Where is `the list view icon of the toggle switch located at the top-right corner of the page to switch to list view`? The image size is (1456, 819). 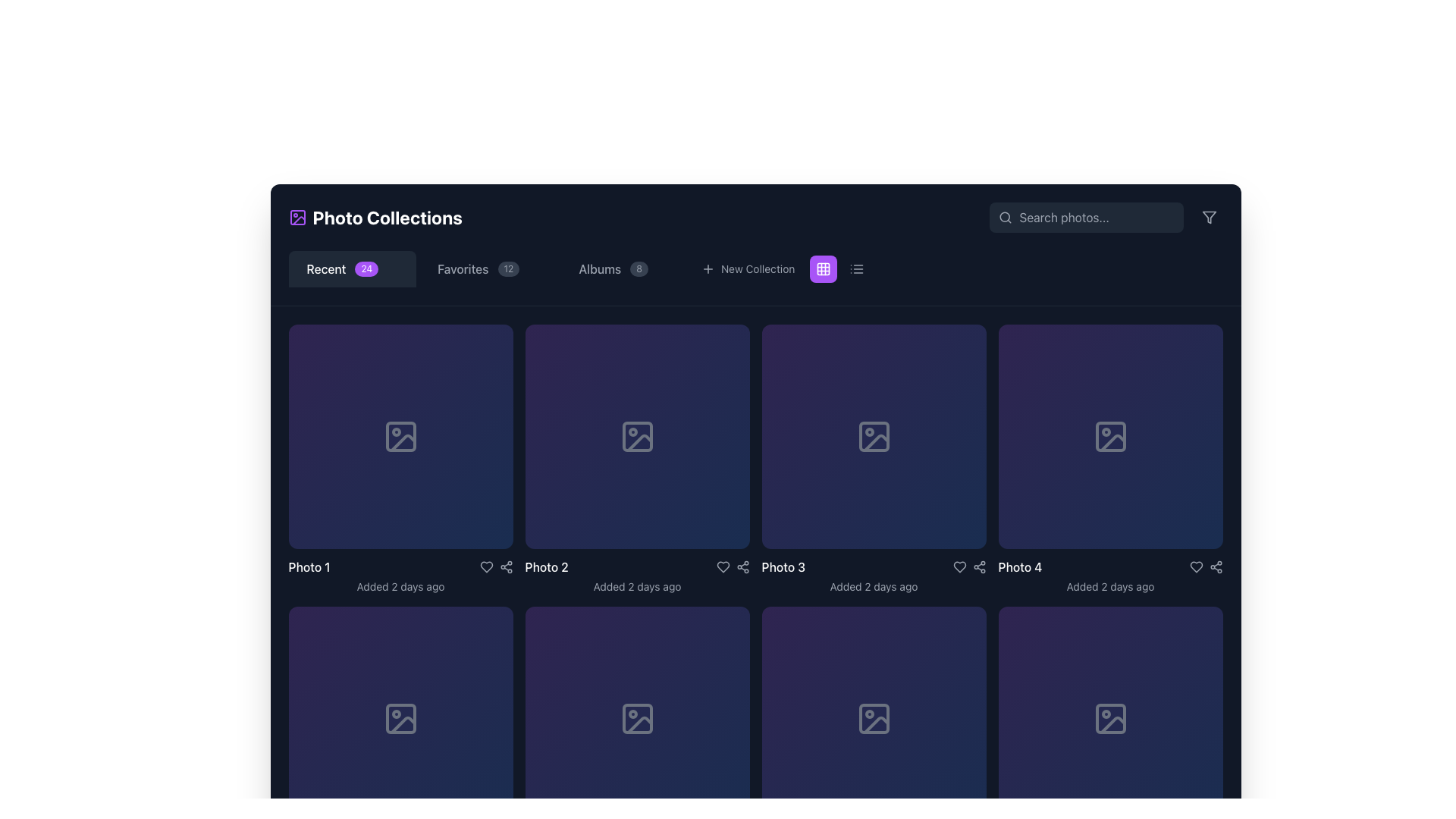
the list view icon of the toggle switch located at the top-right corner of the page to switch to list view is located at coordinates (839, 268).